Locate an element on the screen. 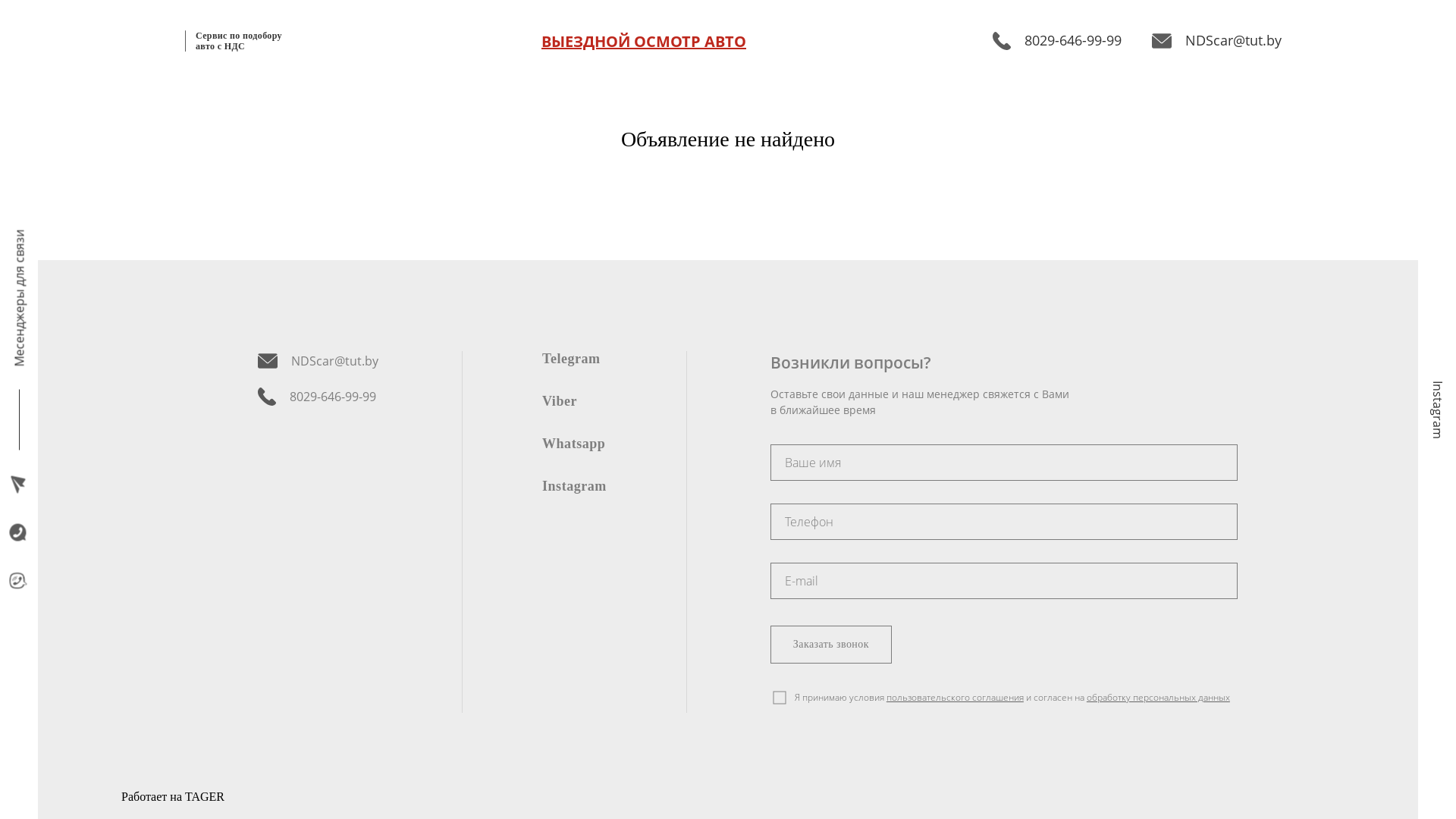 The height and width of the screenshot is (819, 1456). '8029-646-99-99' is located at coordinates (317, 396).